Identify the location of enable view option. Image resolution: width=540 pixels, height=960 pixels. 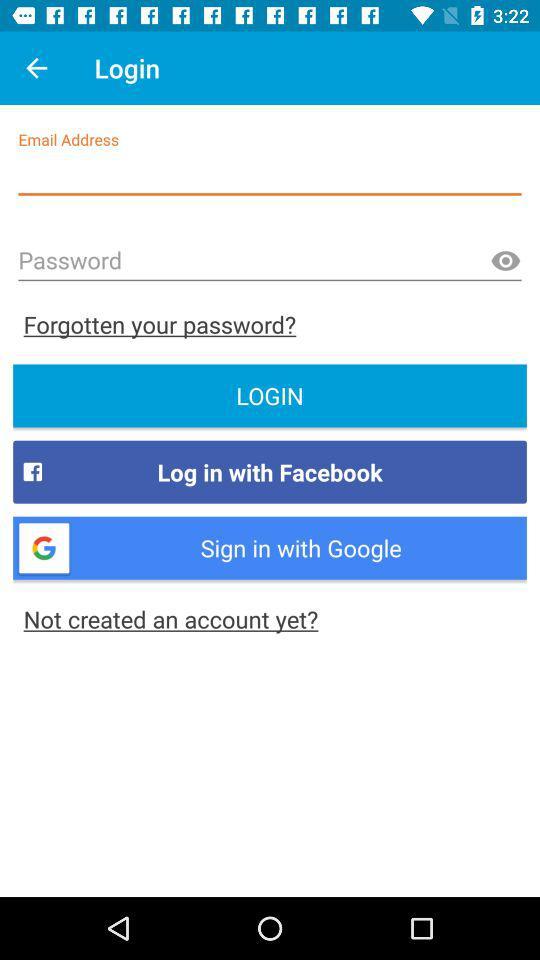
(504, 260).